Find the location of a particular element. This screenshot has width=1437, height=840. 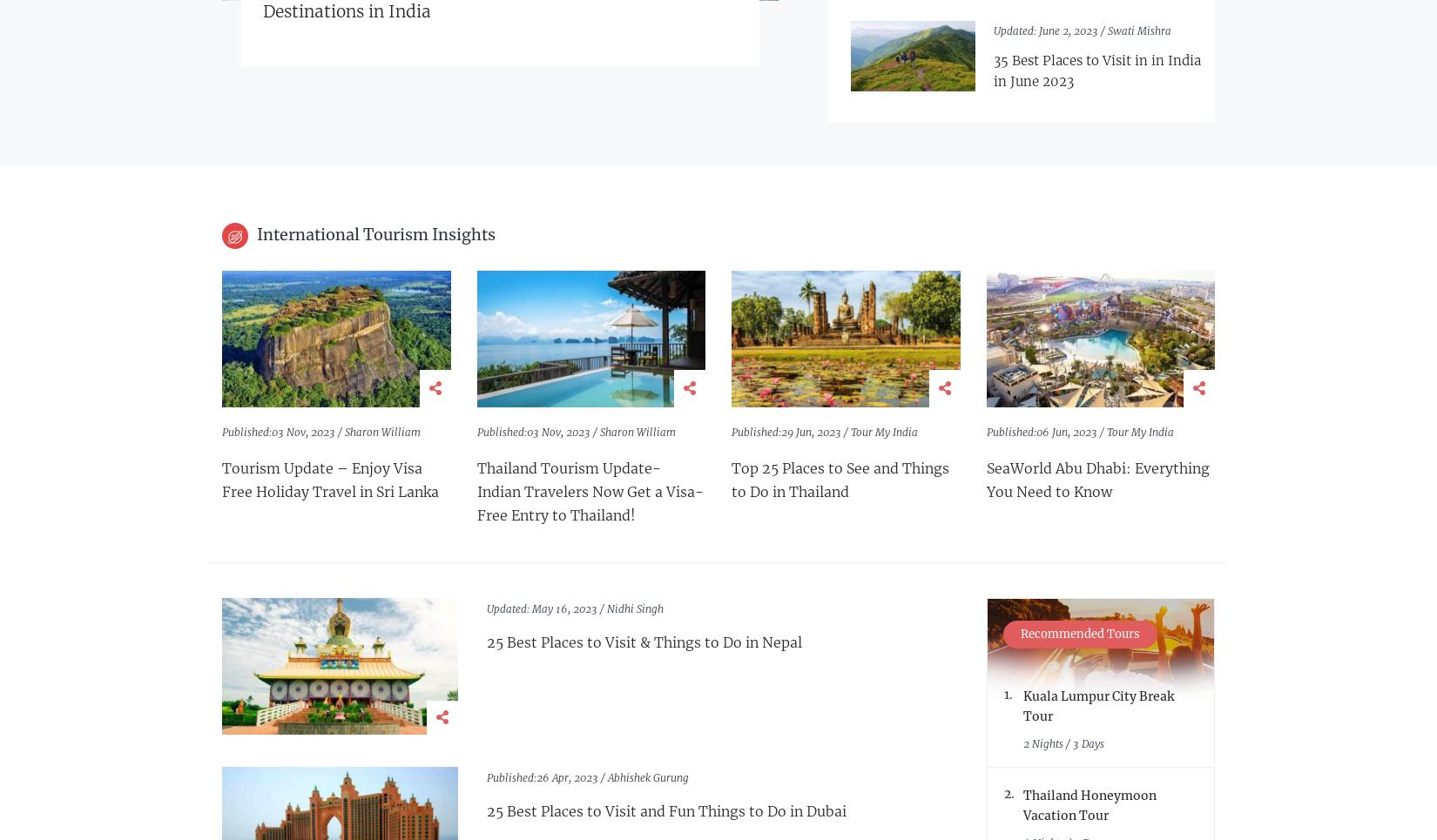

'Tourism Update – Enjoy Visa Free Holiday Travel in Sri Lanka' is located at coordinates (221, 478).